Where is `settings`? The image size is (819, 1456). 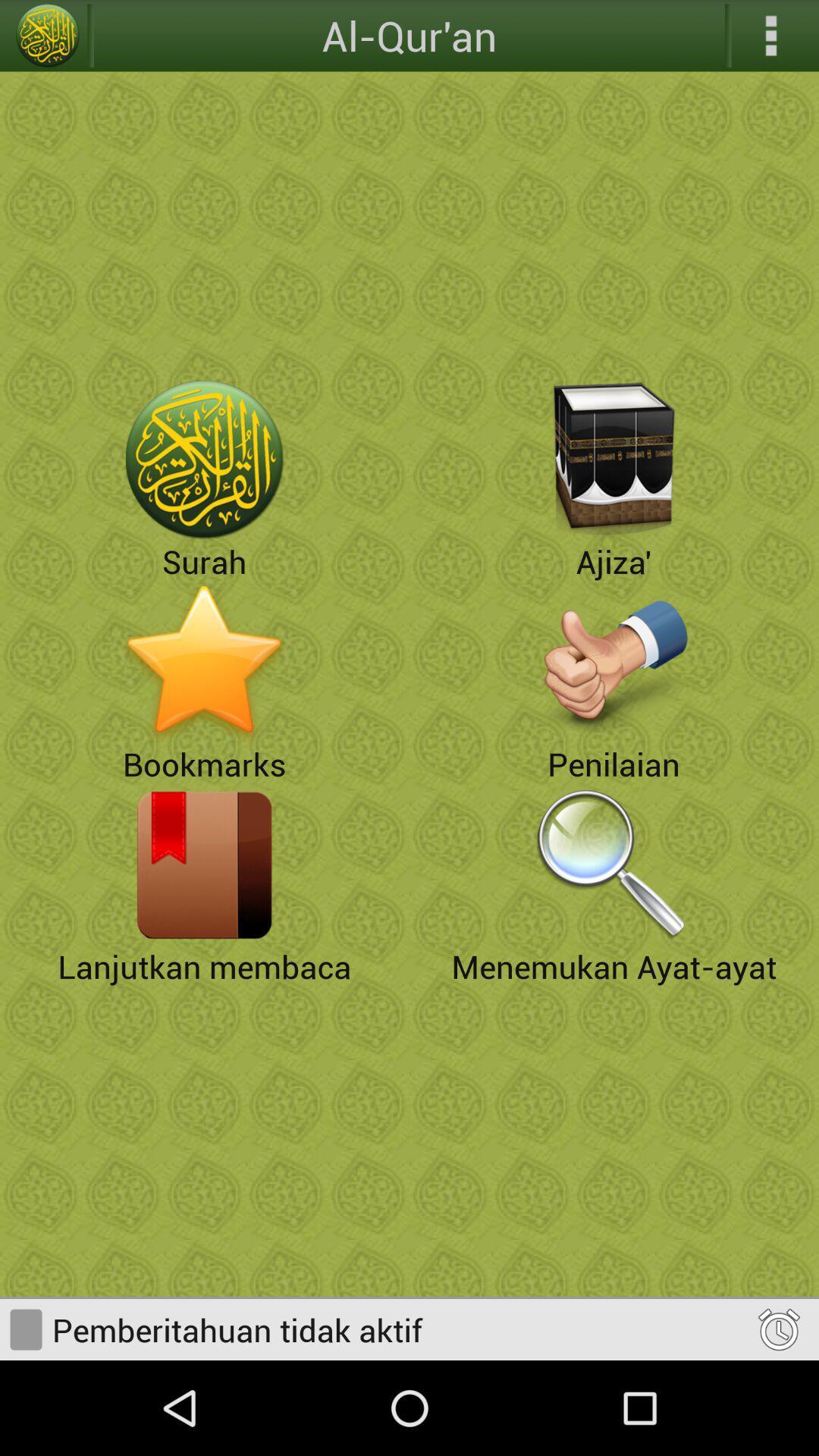 settings is located at coordinates (771, 36).